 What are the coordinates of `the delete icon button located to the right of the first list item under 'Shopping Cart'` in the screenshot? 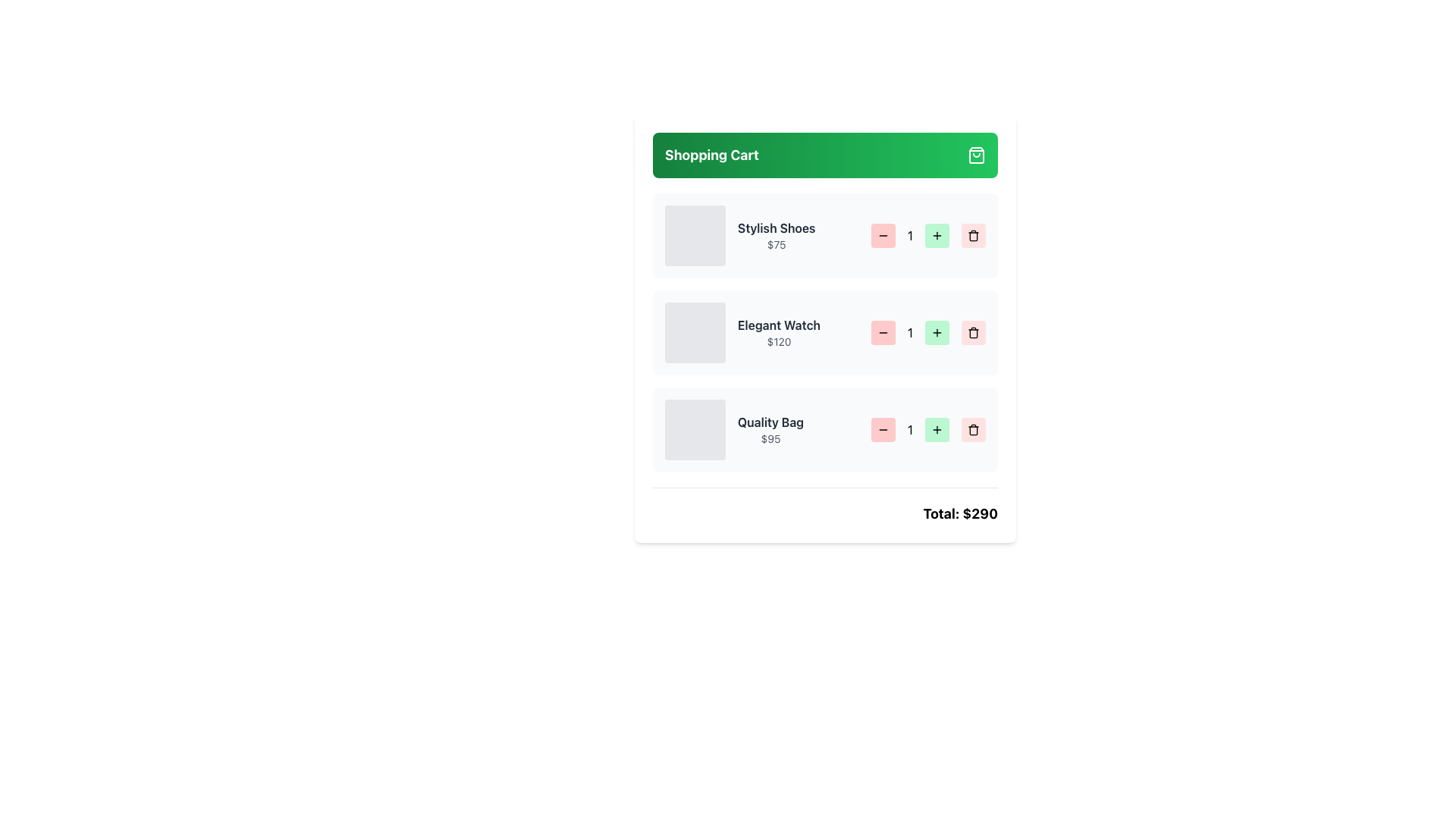 It's located at (973, 236).